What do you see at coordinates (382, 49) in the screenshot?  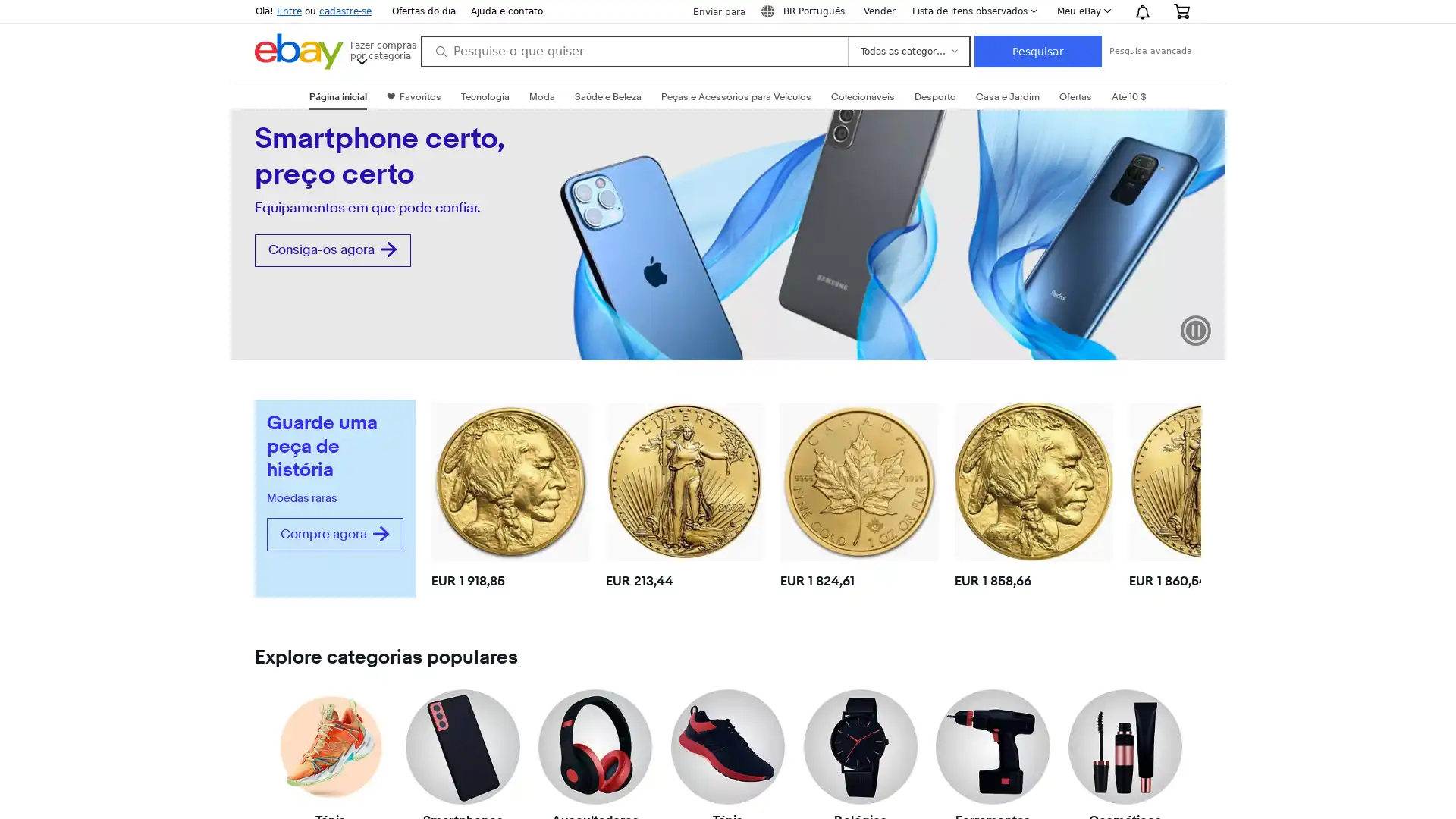 I see `Fazer compras por categoria` at bounding box center [382, 49].